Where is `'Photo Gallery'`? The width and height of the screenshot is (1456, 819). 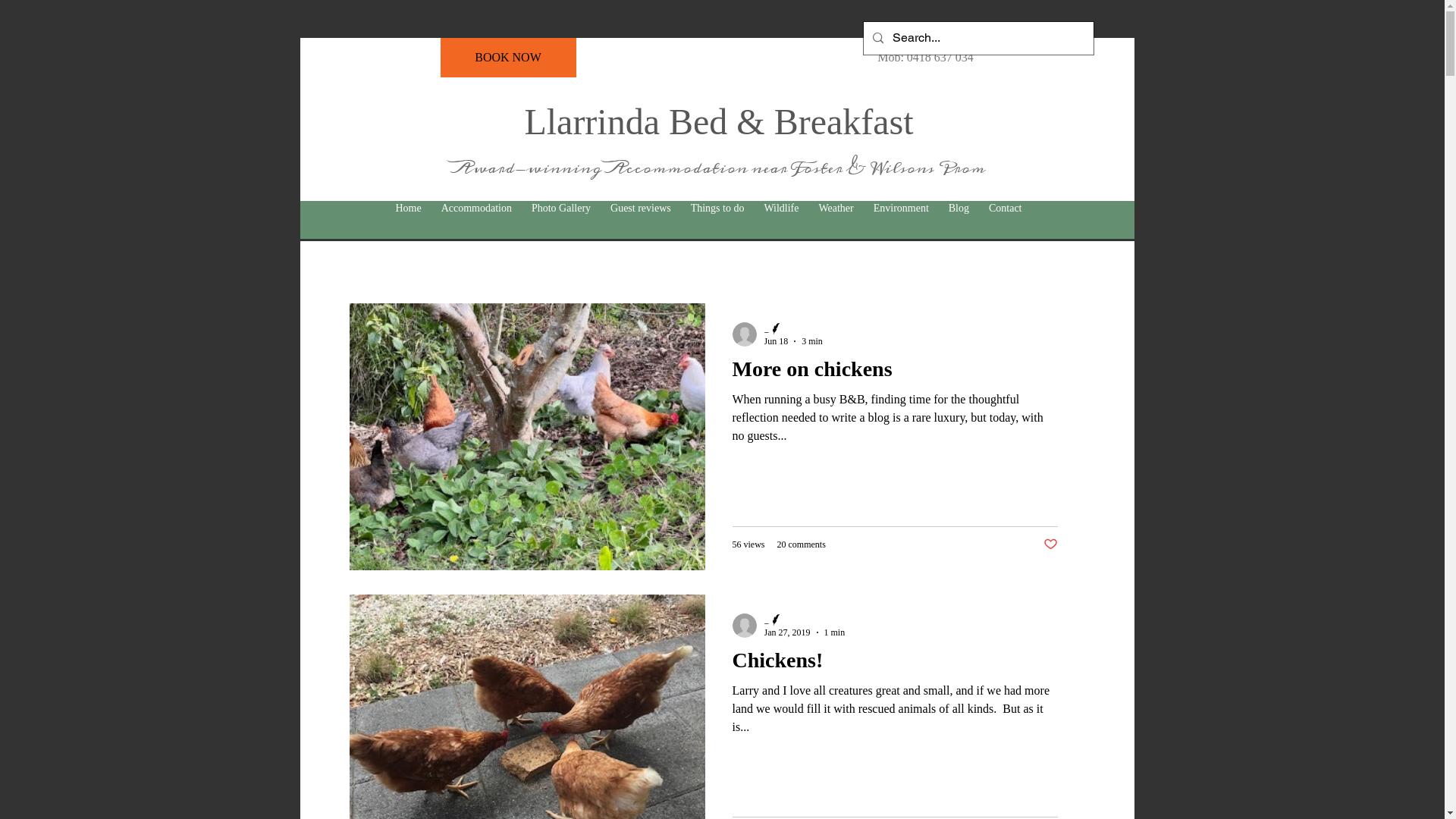 'Photo Gallery' is located at coordinates (560, 208).